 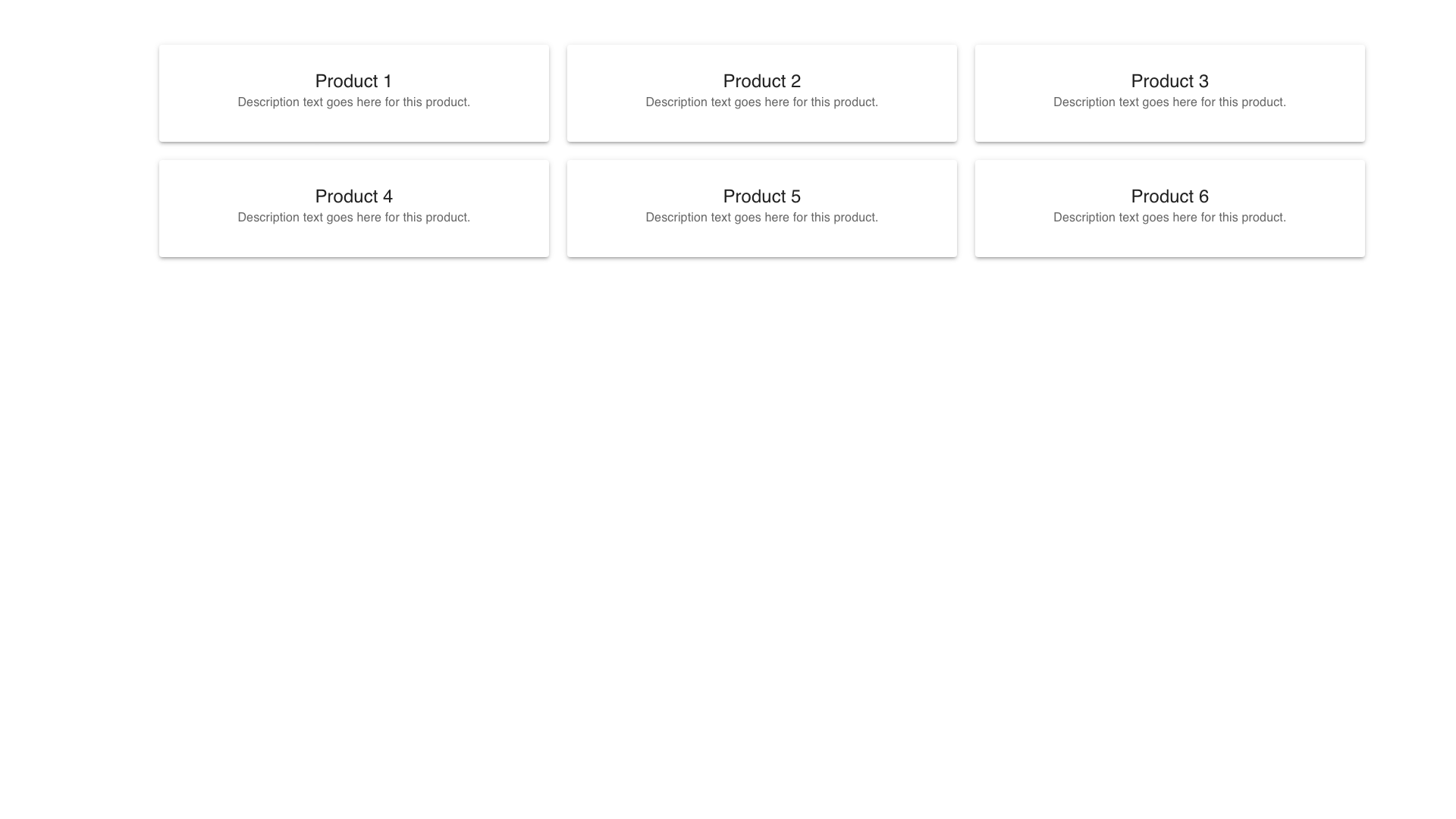 I want to click on the product display card located in the second row, middle column of a 2x3 grid layout, which provides a summary of the product's title and description, so click(x=761, y=208).